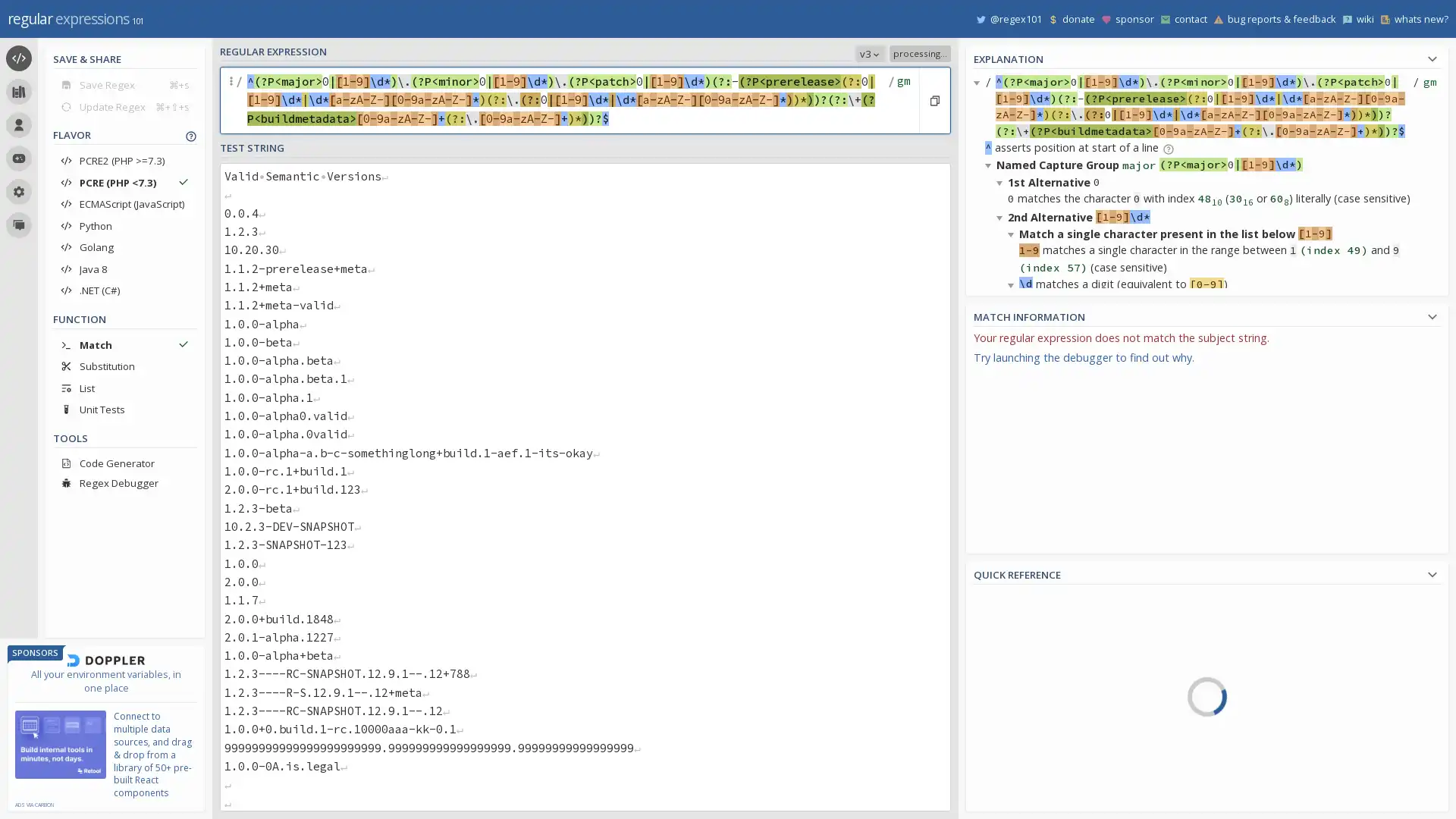  Describe the element at coordinates (1002, 216) in the screenshot. I see `Collapse Subtree` at that location.